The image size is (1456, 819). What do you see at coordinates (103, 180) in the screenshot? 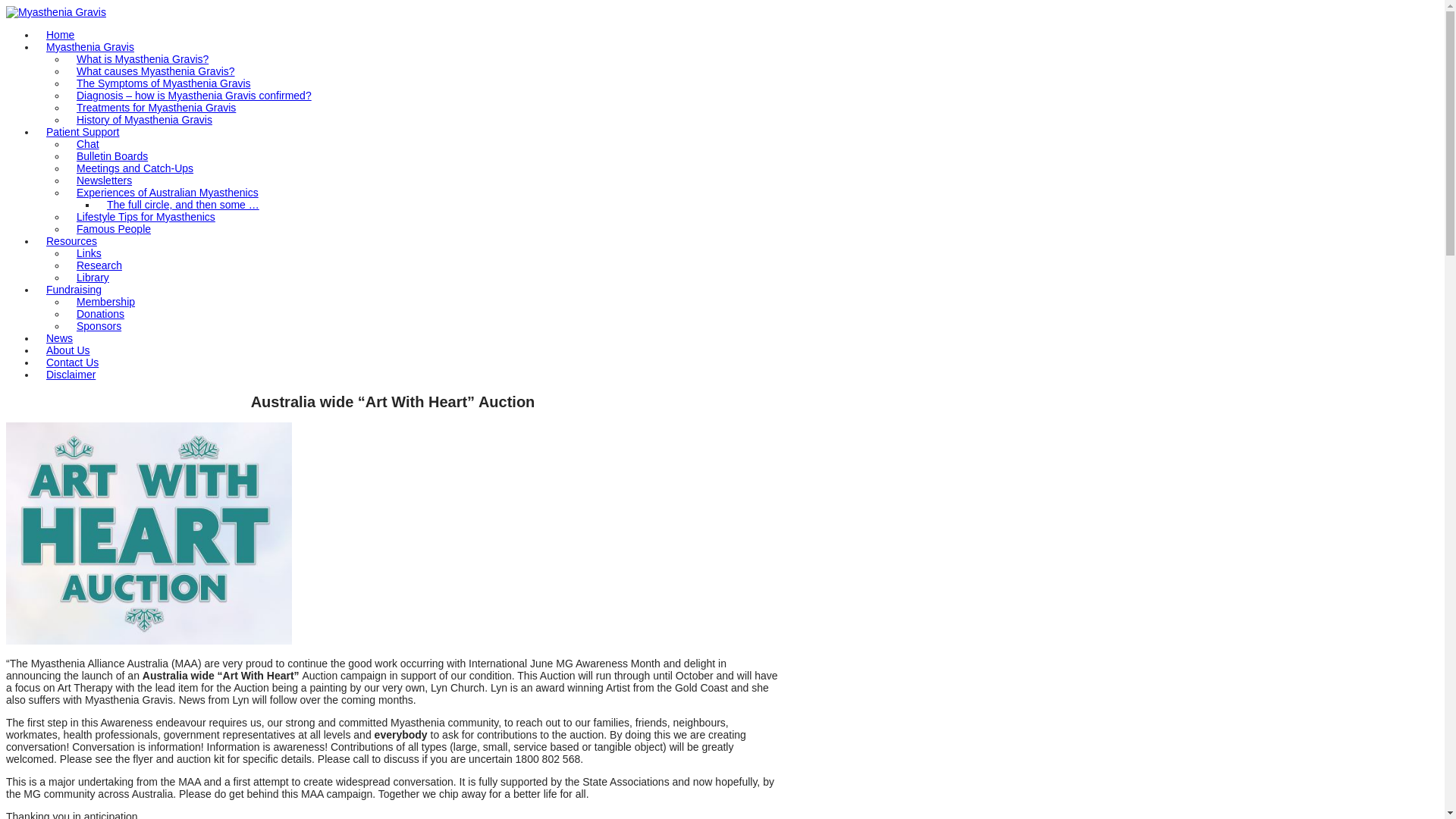
I see `'Newsletters'` at bounding box center [103, 180].